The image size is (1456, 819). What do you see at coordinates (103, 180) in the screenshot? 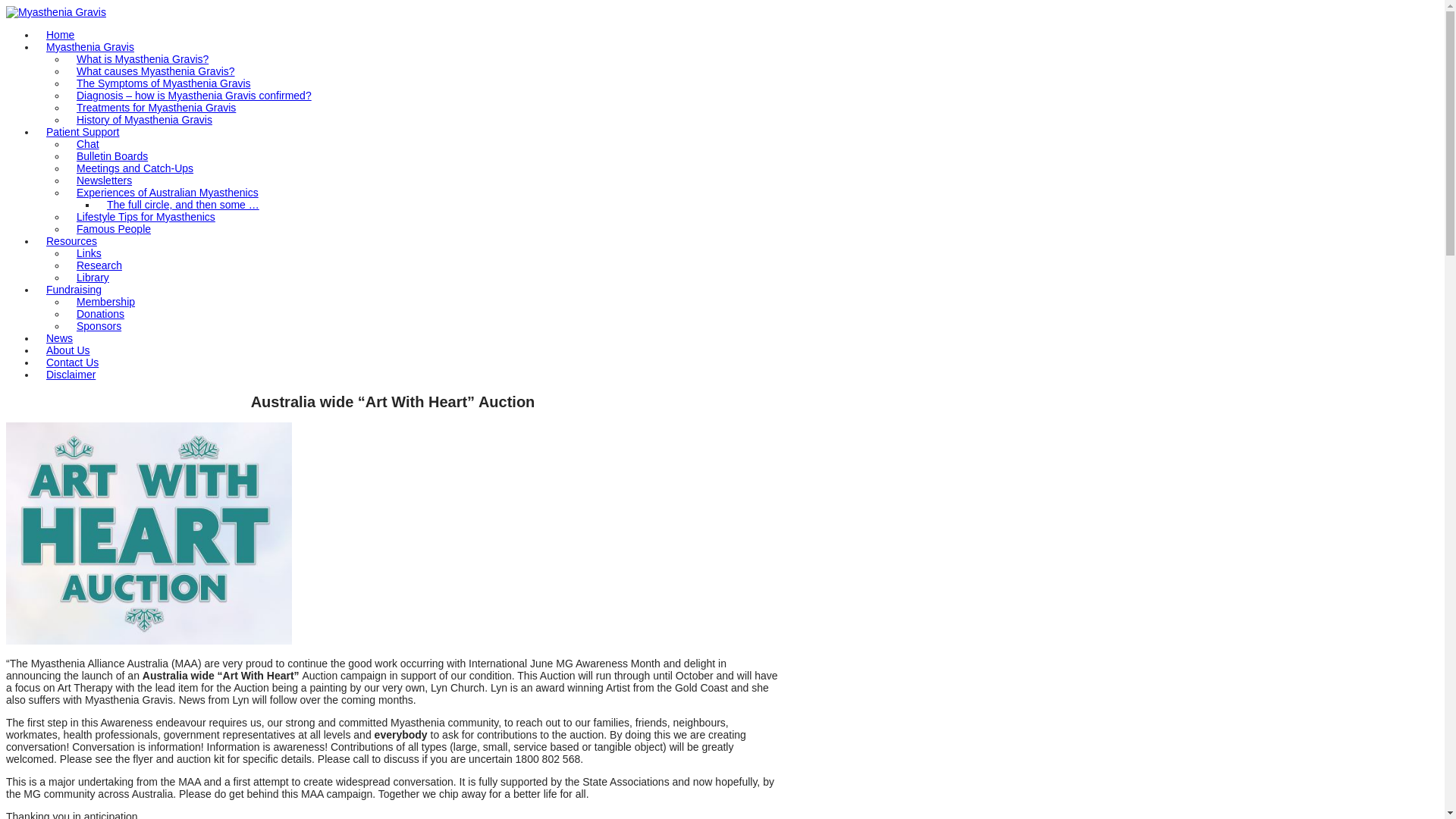
I see `'Newsletters'` at bounding box center [103, 180].